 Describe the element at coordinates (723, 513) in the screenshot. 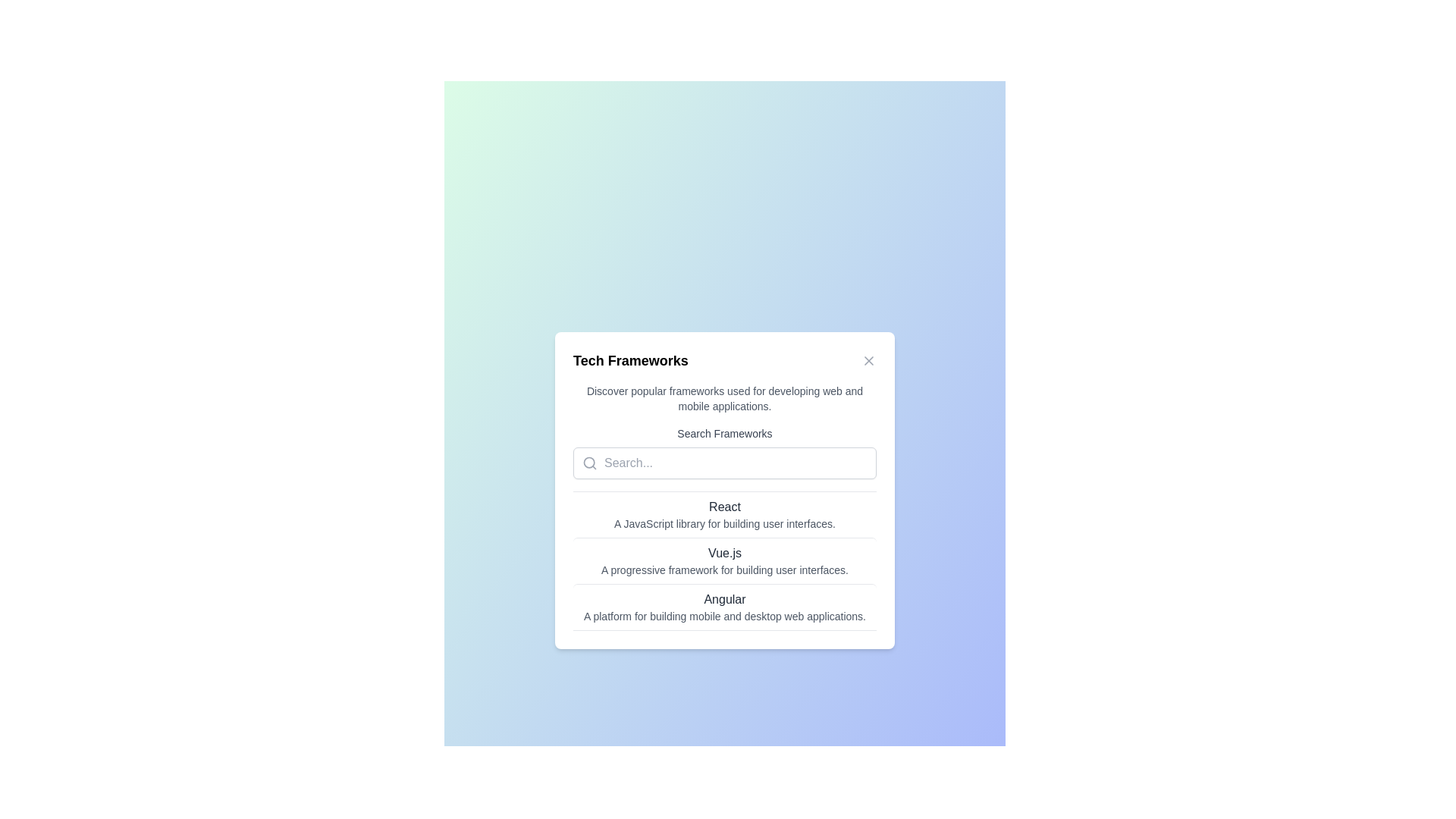

I see `text content of the Information block containing the title 'React' and the description 'A JavaScript library for building user interfaces.'` at that location.